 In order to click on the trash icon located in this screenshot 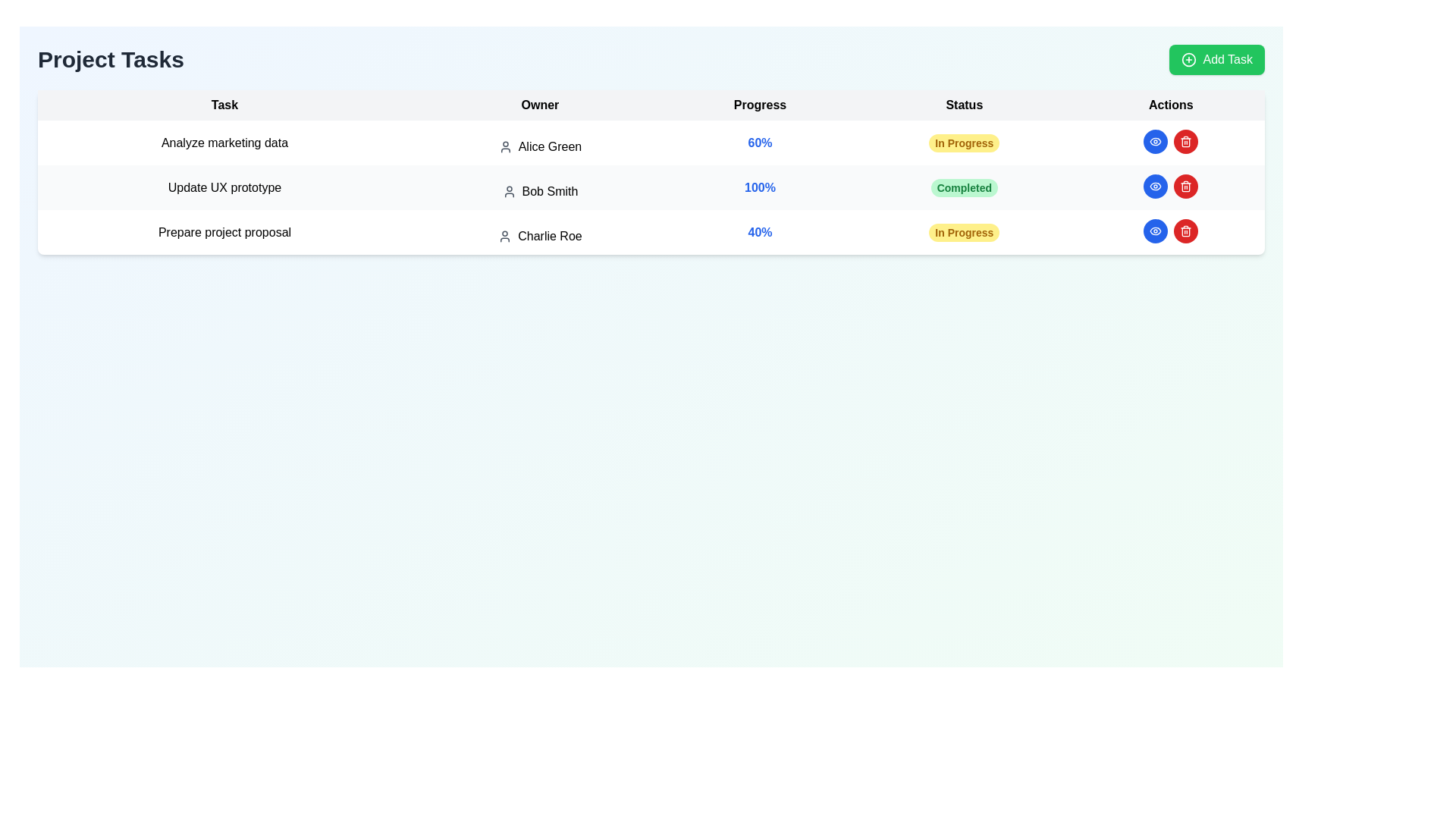, I will do `click(1185, 231)`.